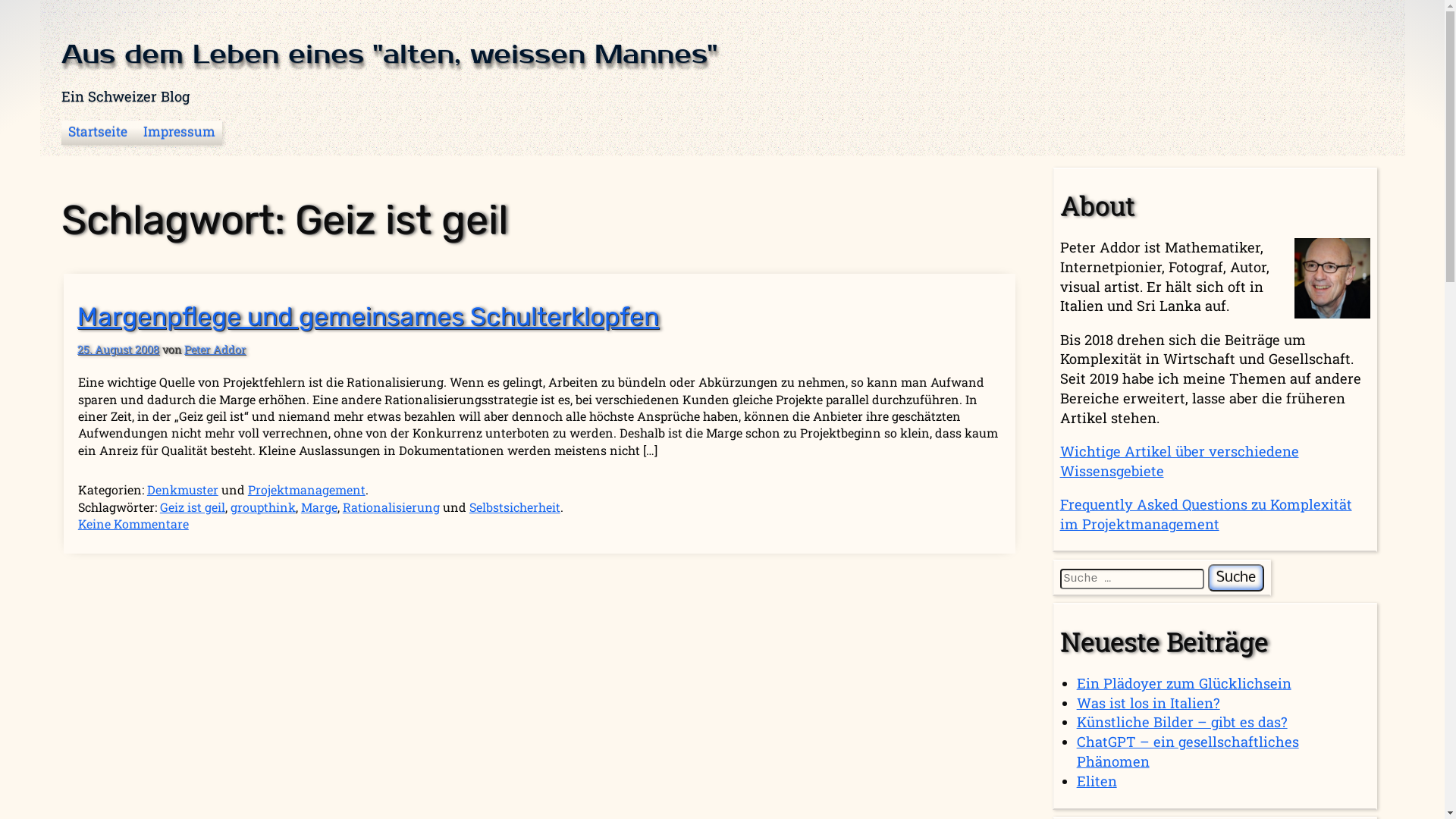 The height and width of the screenshot is (819, 1456). What do you see at coordinates (179, 131) in the screenshot?
I see `'Impressum'` at bounding box center [179, 131].